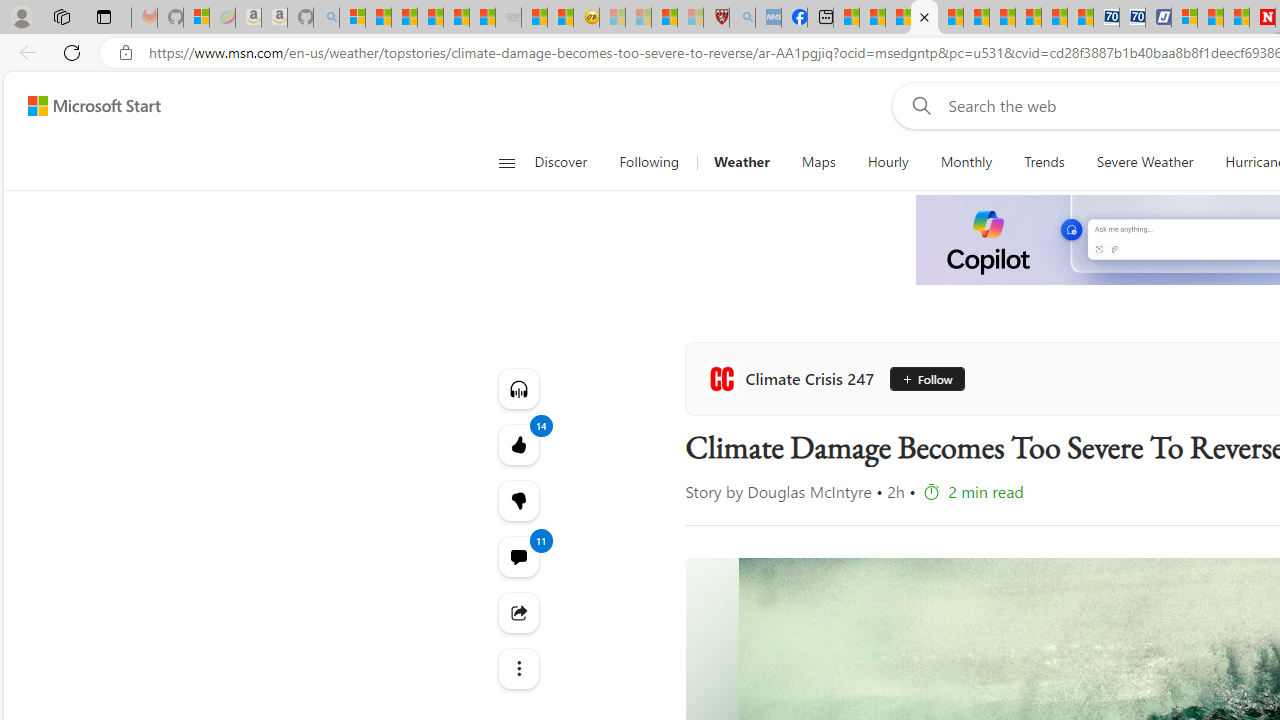  Describe the element at coordinates (1044, 162) in the screenshot. I see `'Trends'` at that location.